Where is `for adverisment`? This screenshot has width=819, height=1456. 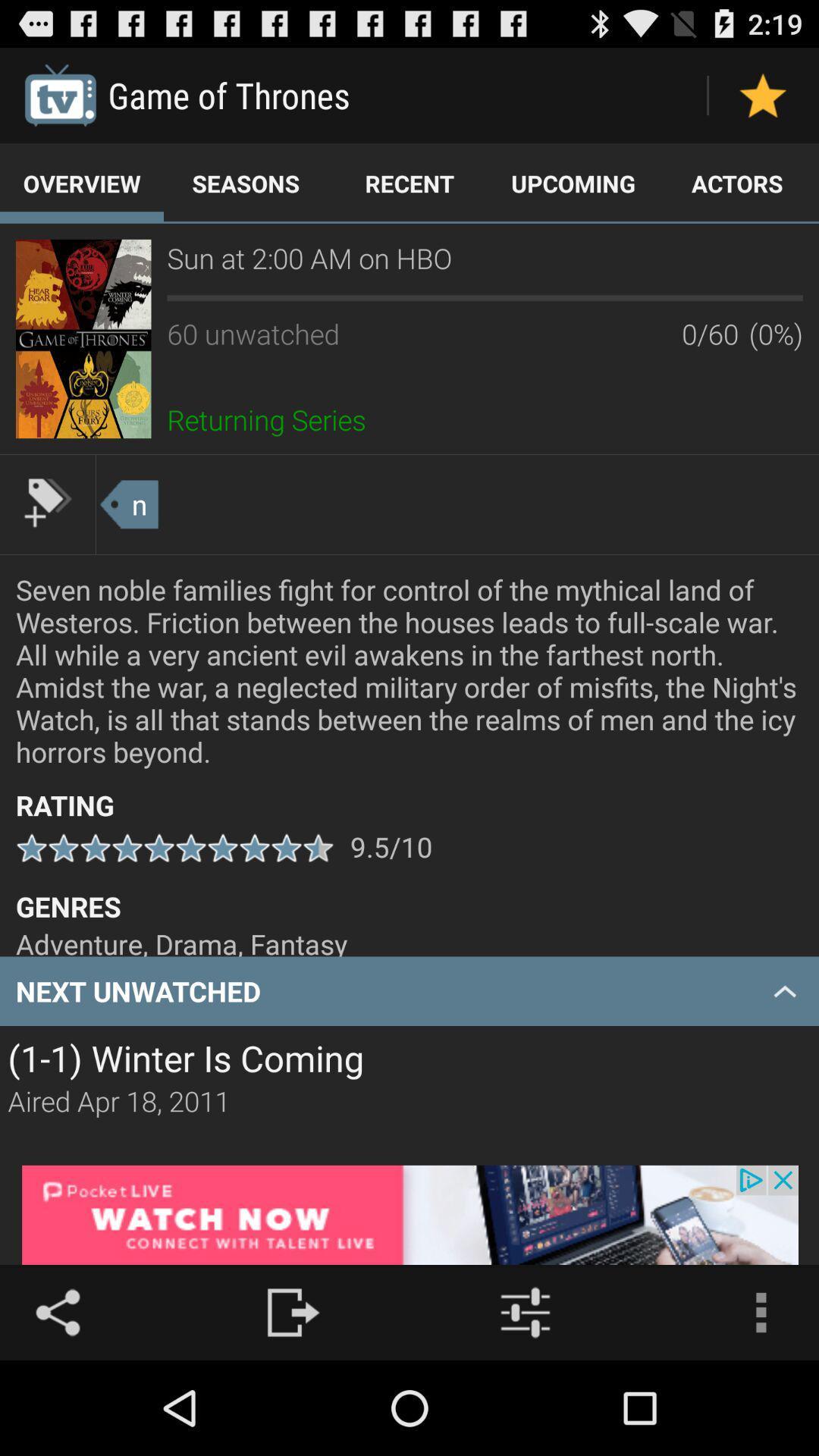 for adverisment is located at coordinates (409, 1215).